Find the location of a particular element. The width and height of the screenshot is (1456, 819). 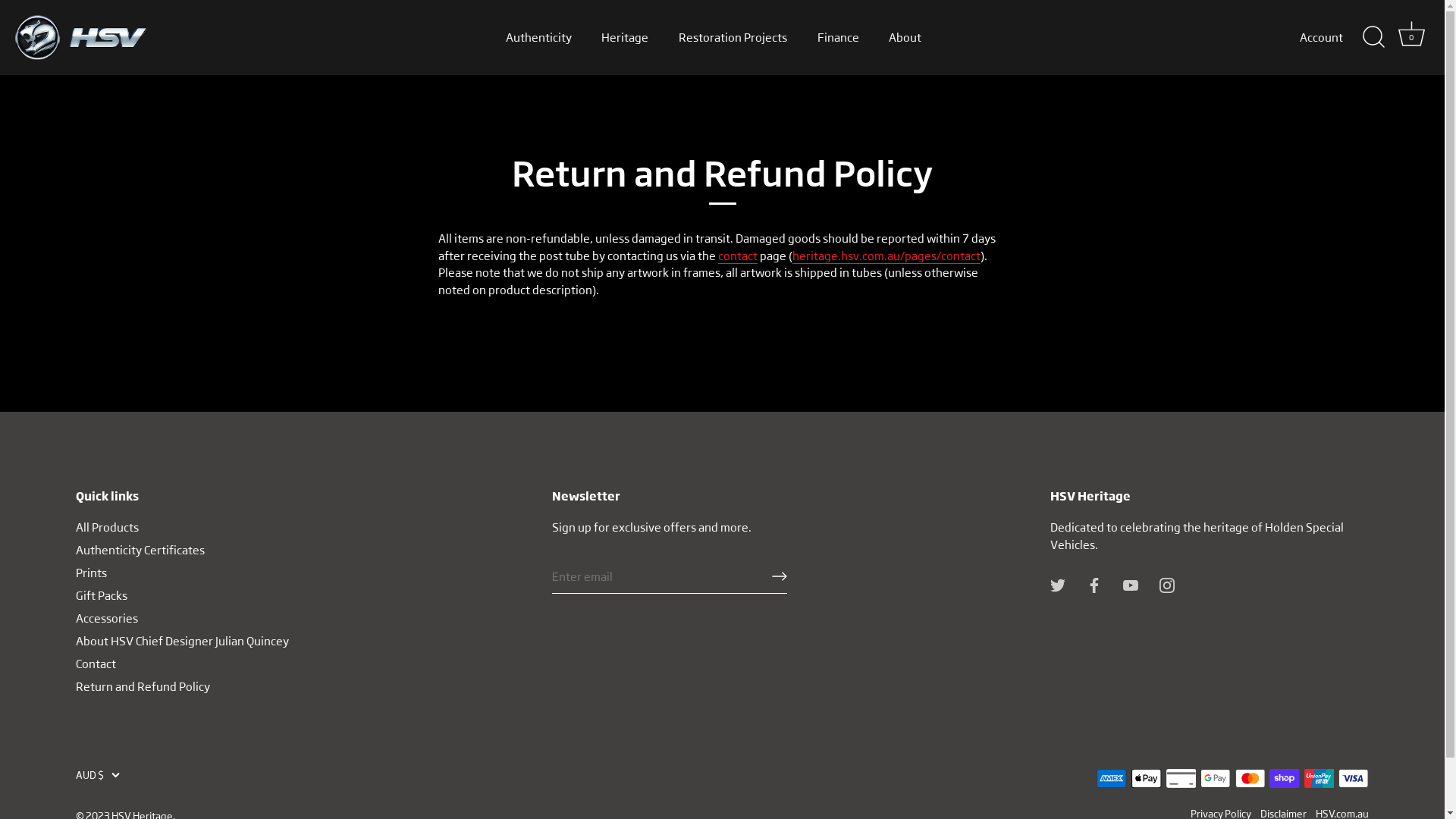

'contact' is located at coordinates (736, 254).